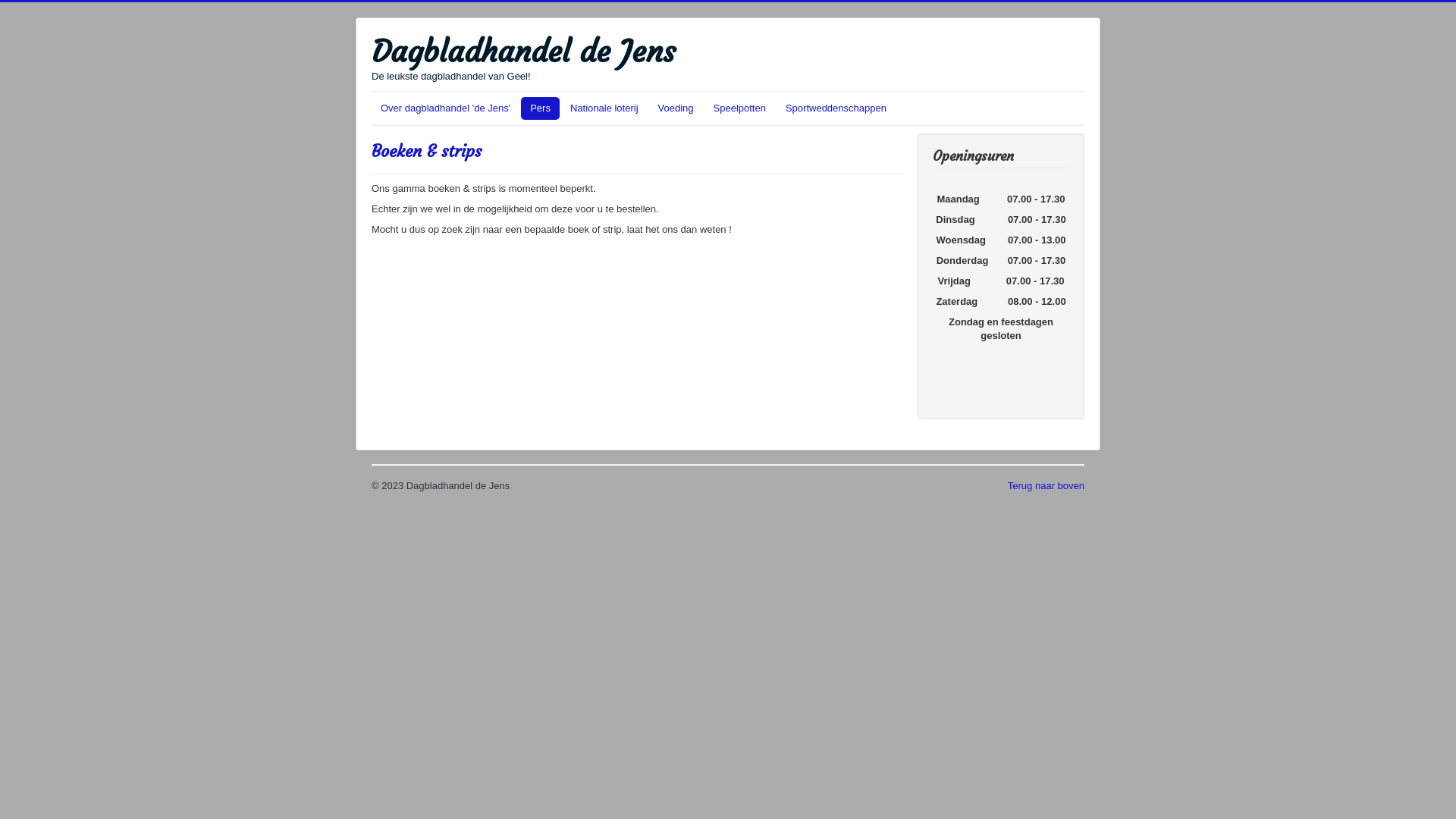 This screenshot has width=1456, height=819. I want to click on 'Nationale loterij', so click(603, 107).